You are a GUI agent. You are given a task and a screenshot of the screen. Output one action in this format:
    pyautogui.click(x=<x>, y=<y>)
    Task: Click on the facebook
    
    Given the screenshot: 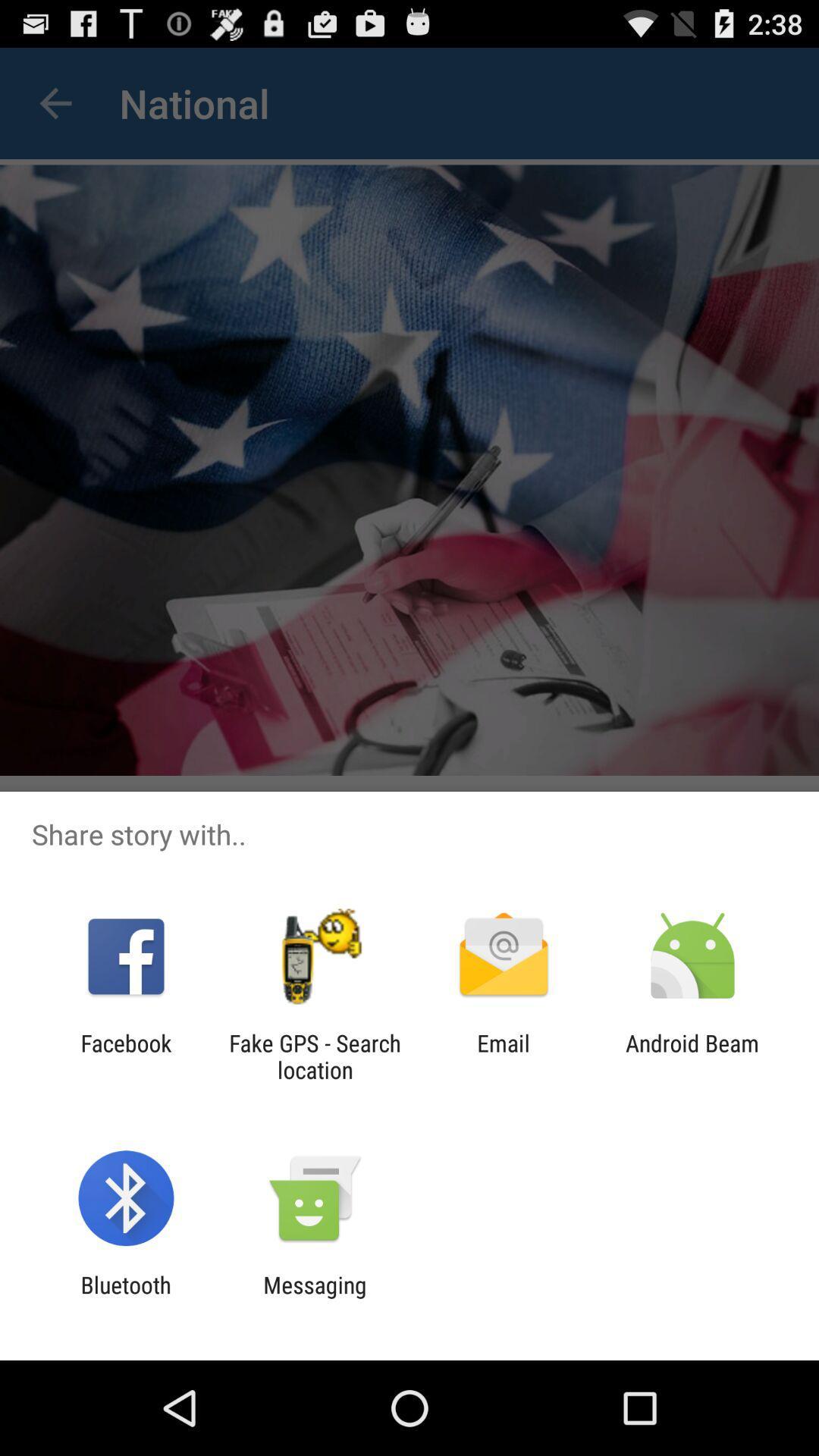 What is the action you would take?
    pyautogui.click(x=125, y=1056)
    